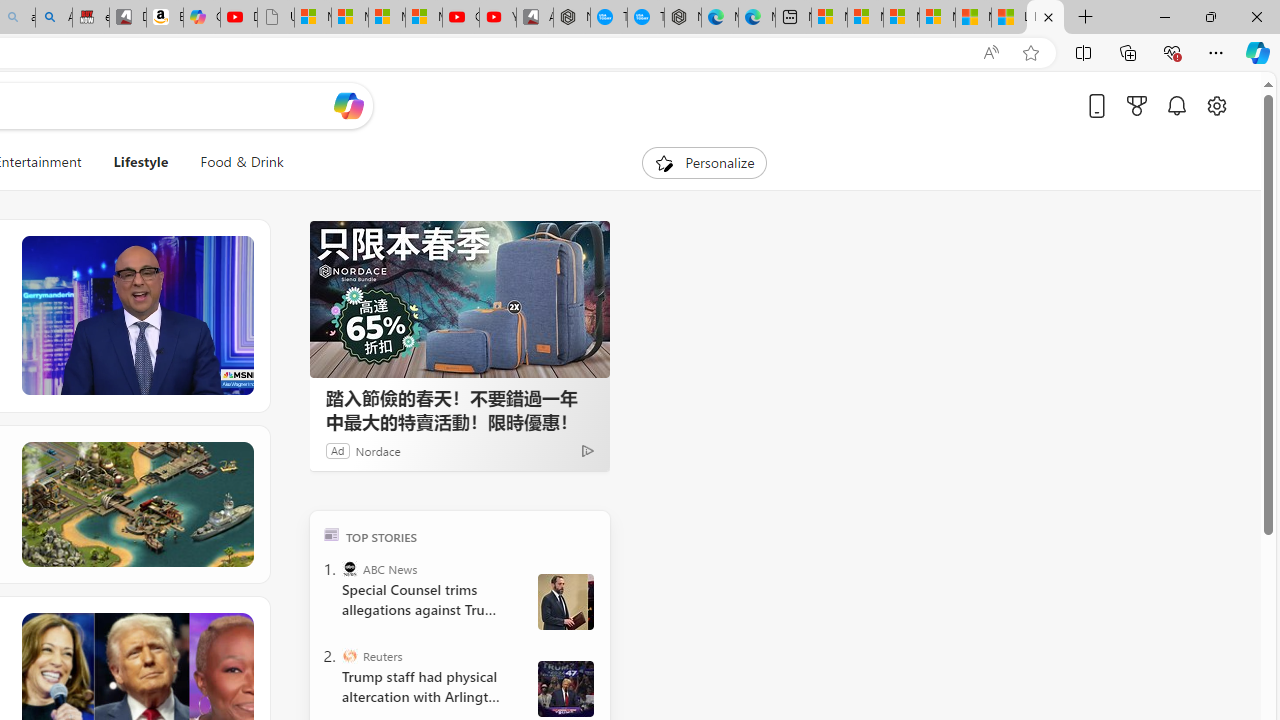 This screenshot has height=720, width=1280. I want to click on 'TOP', so click(332, 533).